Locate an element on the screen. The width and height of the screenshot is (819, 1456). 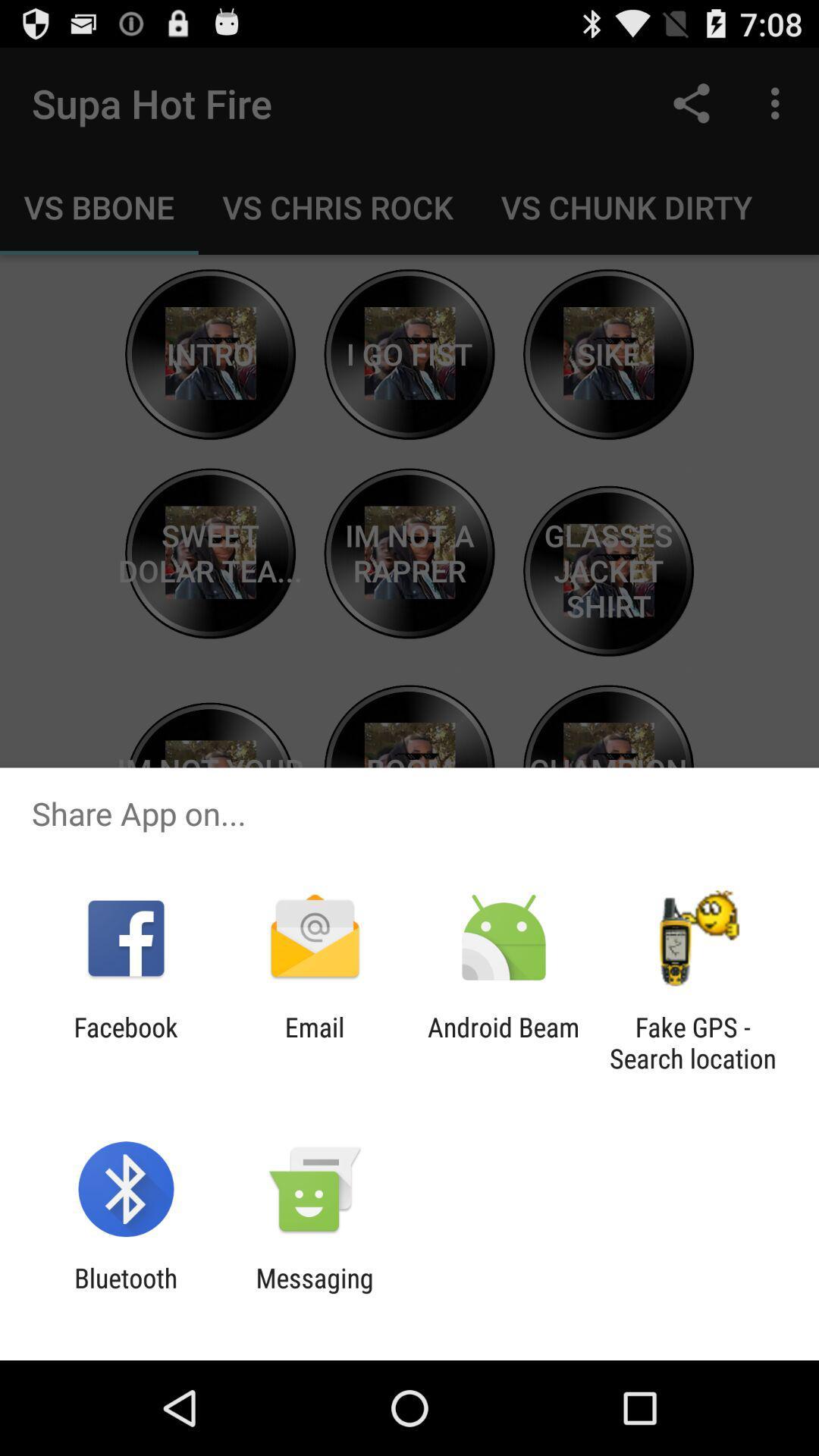
bluetooth icon is located at coordinates (125, 1293).